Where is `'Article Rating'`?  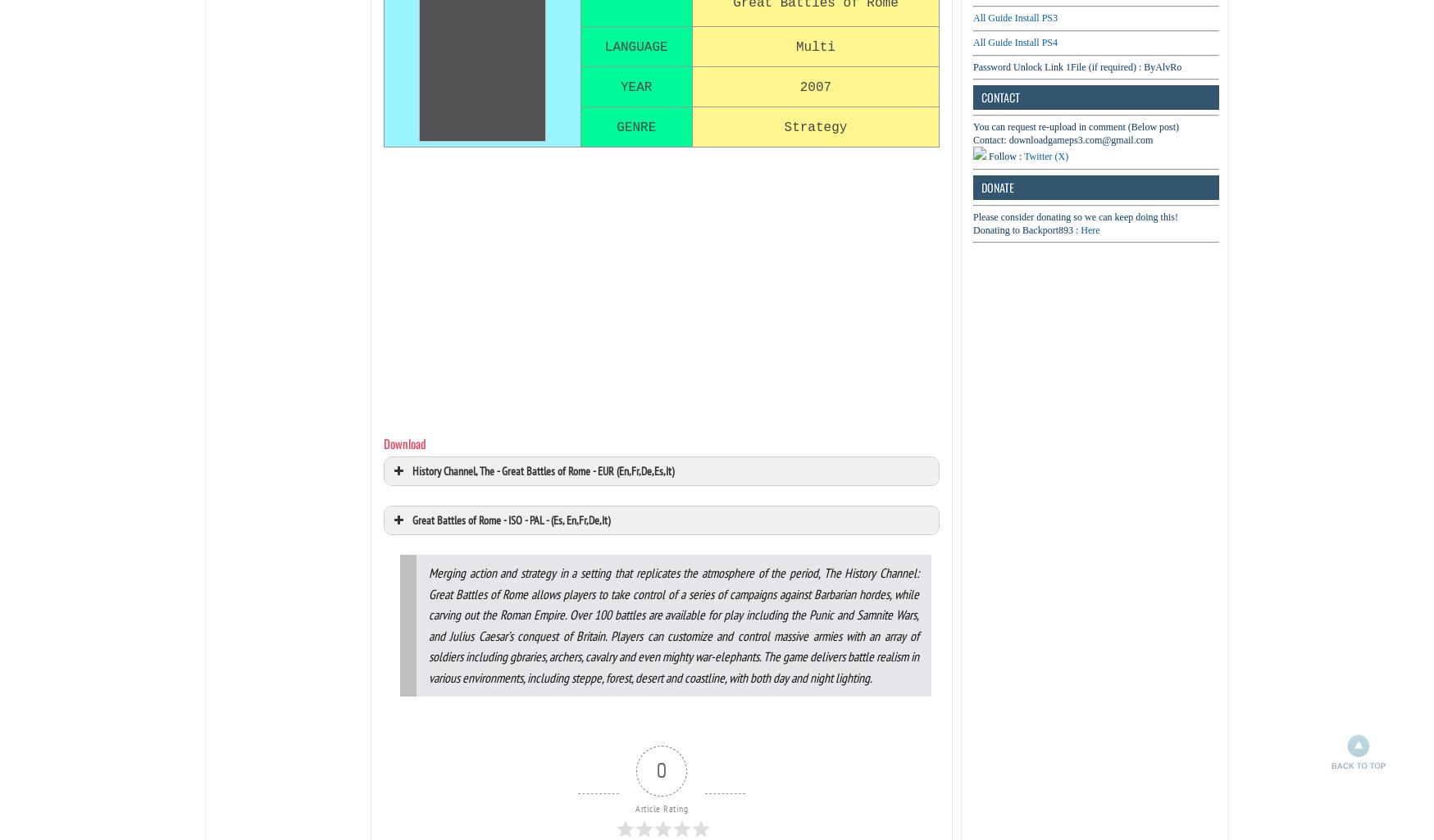 'Article Rating' is located at coordinates (661, 807).